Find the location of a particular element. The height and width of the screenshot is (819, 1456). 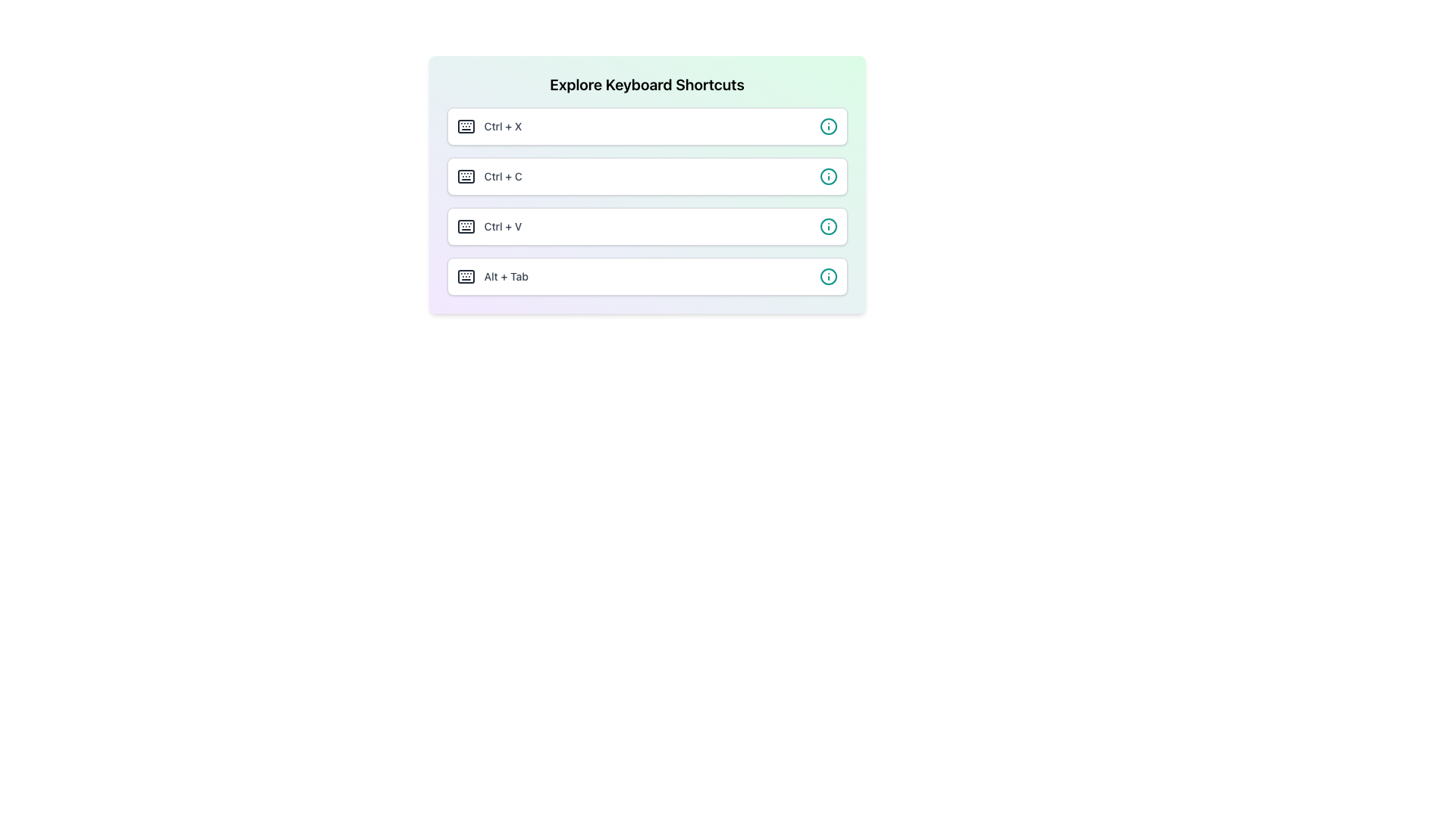

the fourth list item representing the 'Alt + Tab' keyboard shortcut is located at coordinates (647, 277).